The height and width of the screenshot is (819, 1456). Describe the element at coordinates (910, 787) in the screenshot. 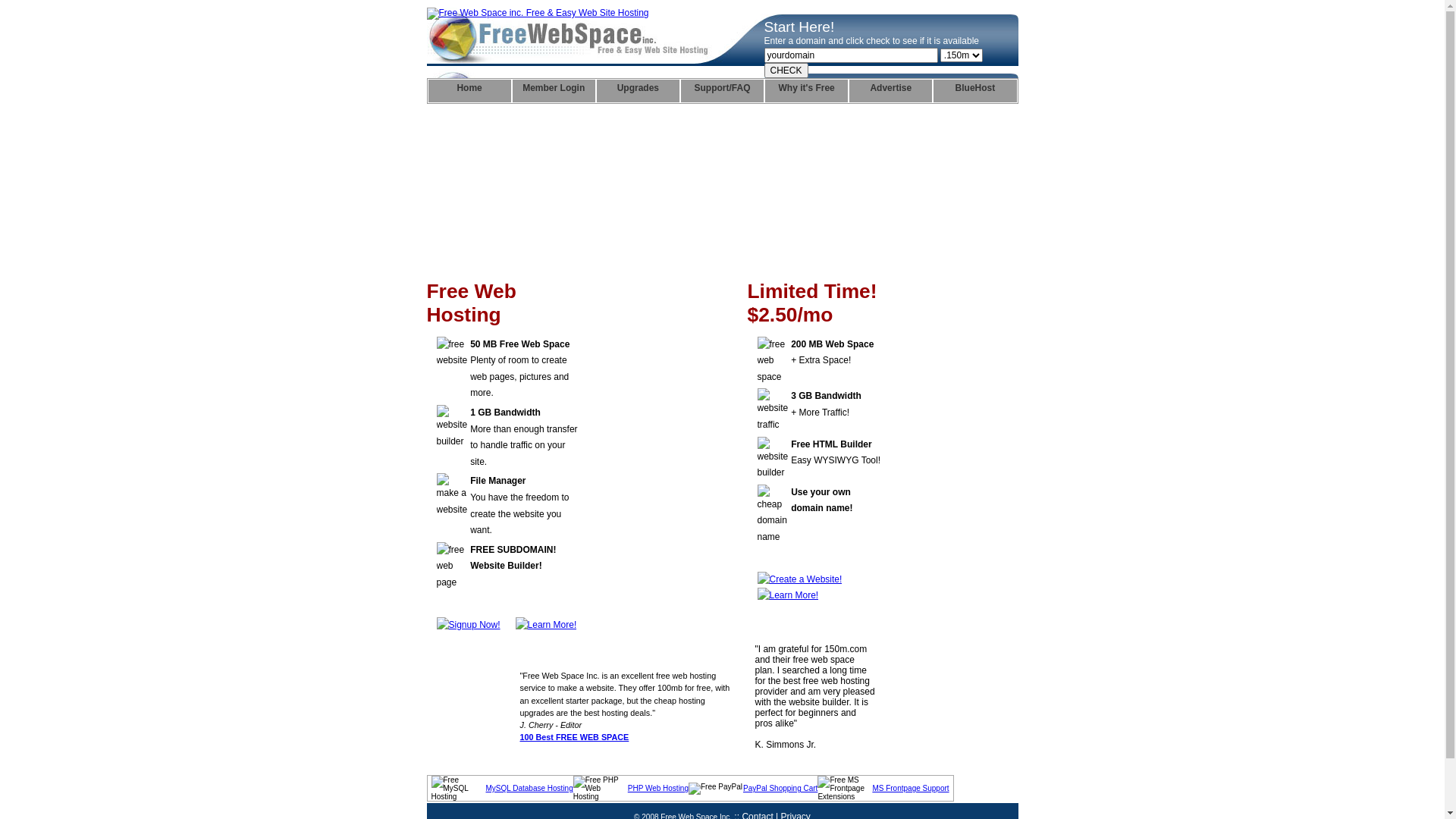

I see `'MS Frontpage Support'` at that location.